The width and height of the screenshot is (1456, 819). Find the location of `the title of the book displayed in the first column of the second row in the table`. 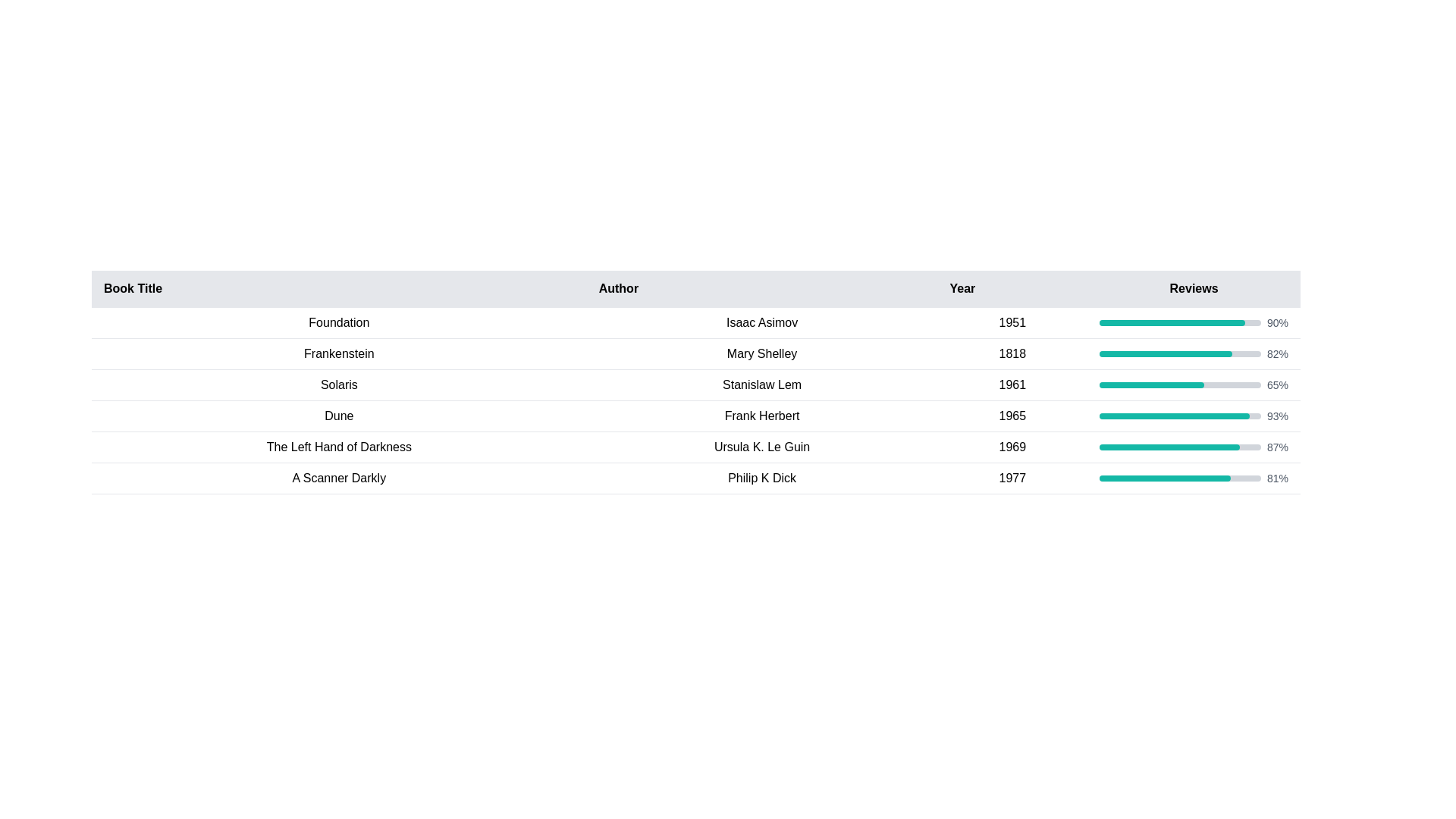

the title of the book displayed in the first column of the second row in the table is located at coordinates (338, 353).